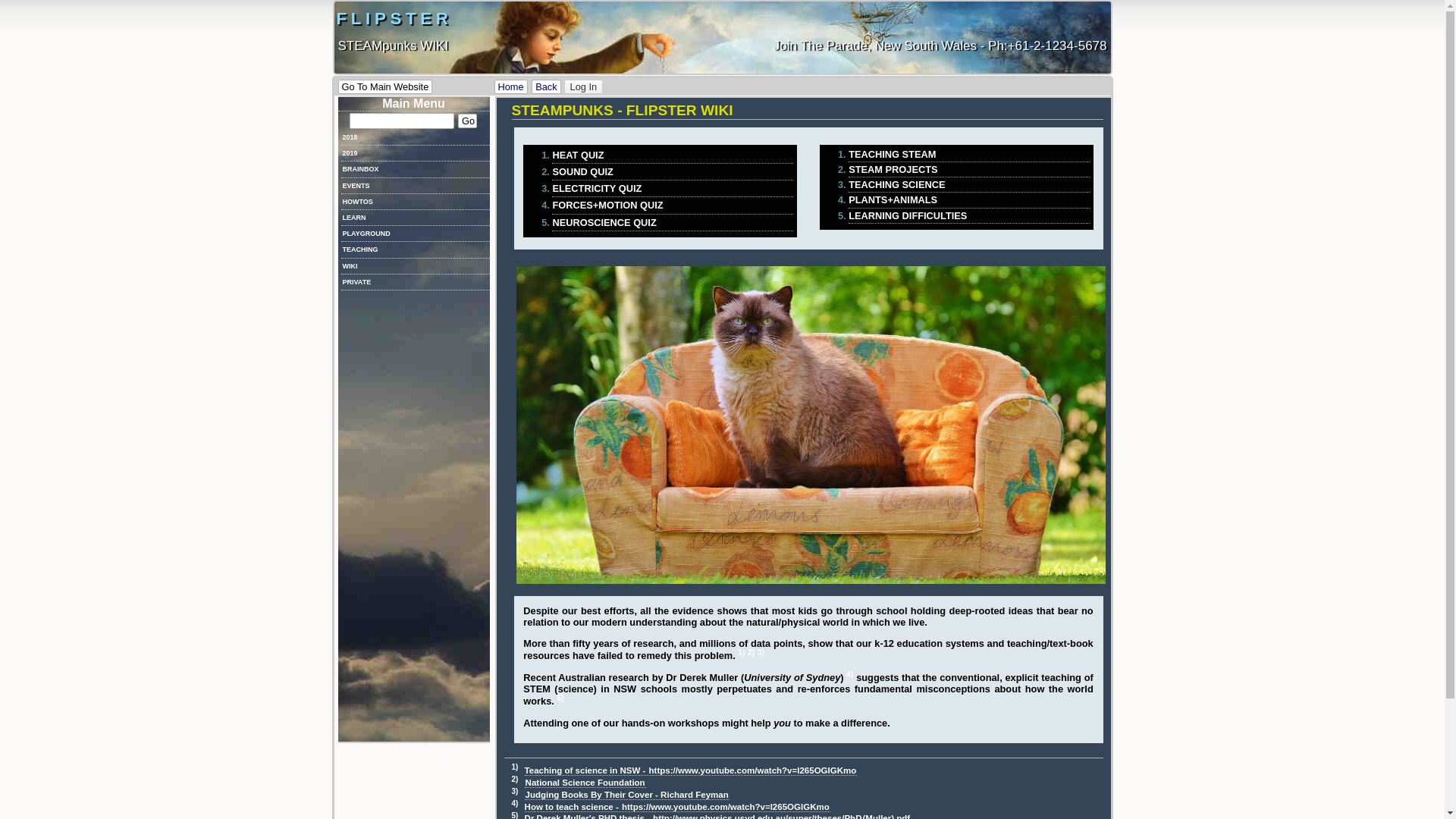 The image size is (1456, 819). I want to click on 'EVENTS', so click(415, 185).